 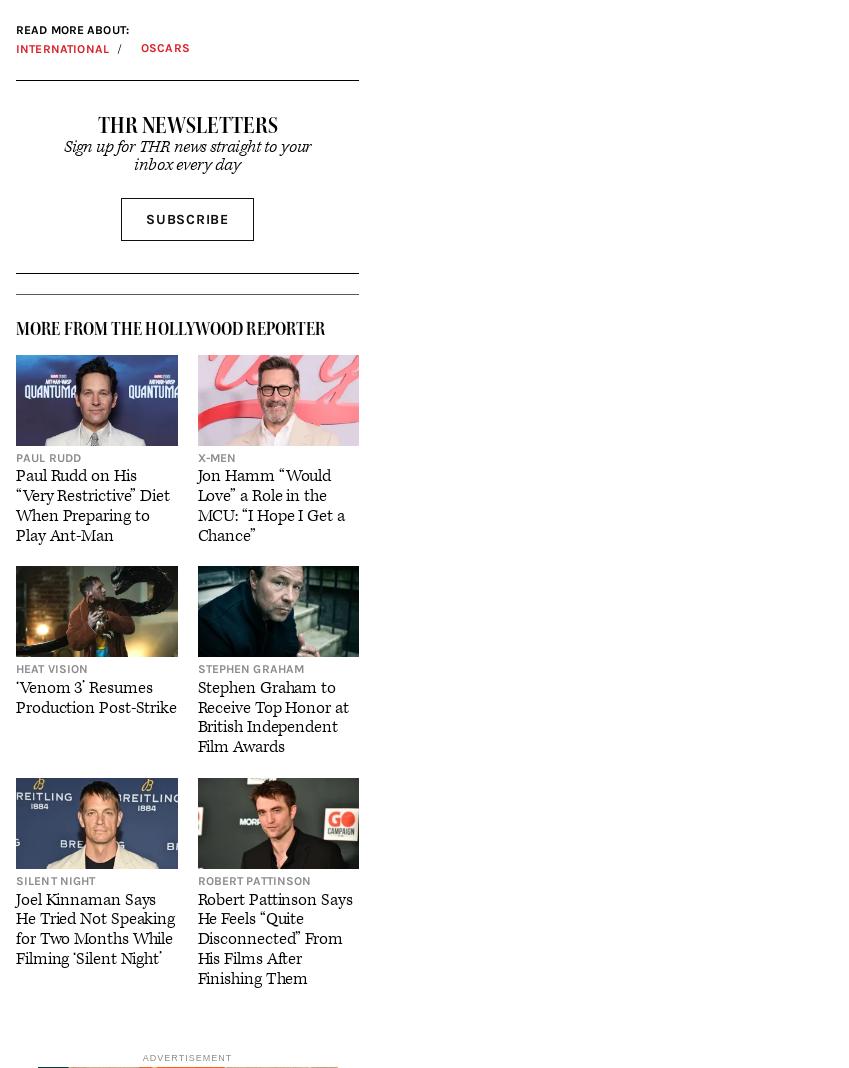 I want to click on 'Robert Pattinson Says He Feels “Quite Disconnected” From His Films After Finishing Them', so click(x=274, y=938).